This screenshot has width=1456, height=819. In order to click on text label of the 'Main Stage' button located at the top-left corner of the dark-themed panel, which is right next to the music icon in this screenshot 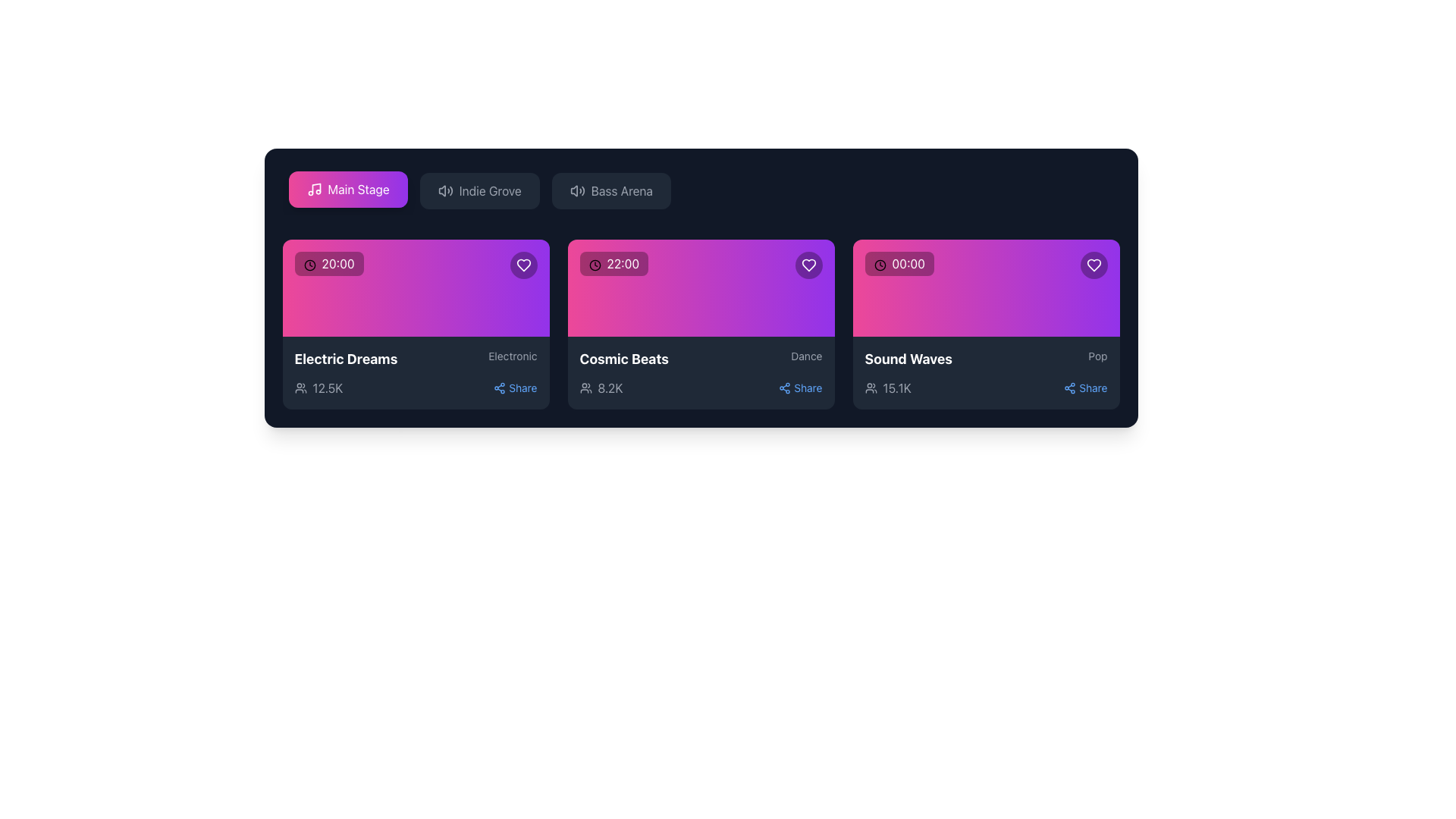, I will do `click(358, 189)`.